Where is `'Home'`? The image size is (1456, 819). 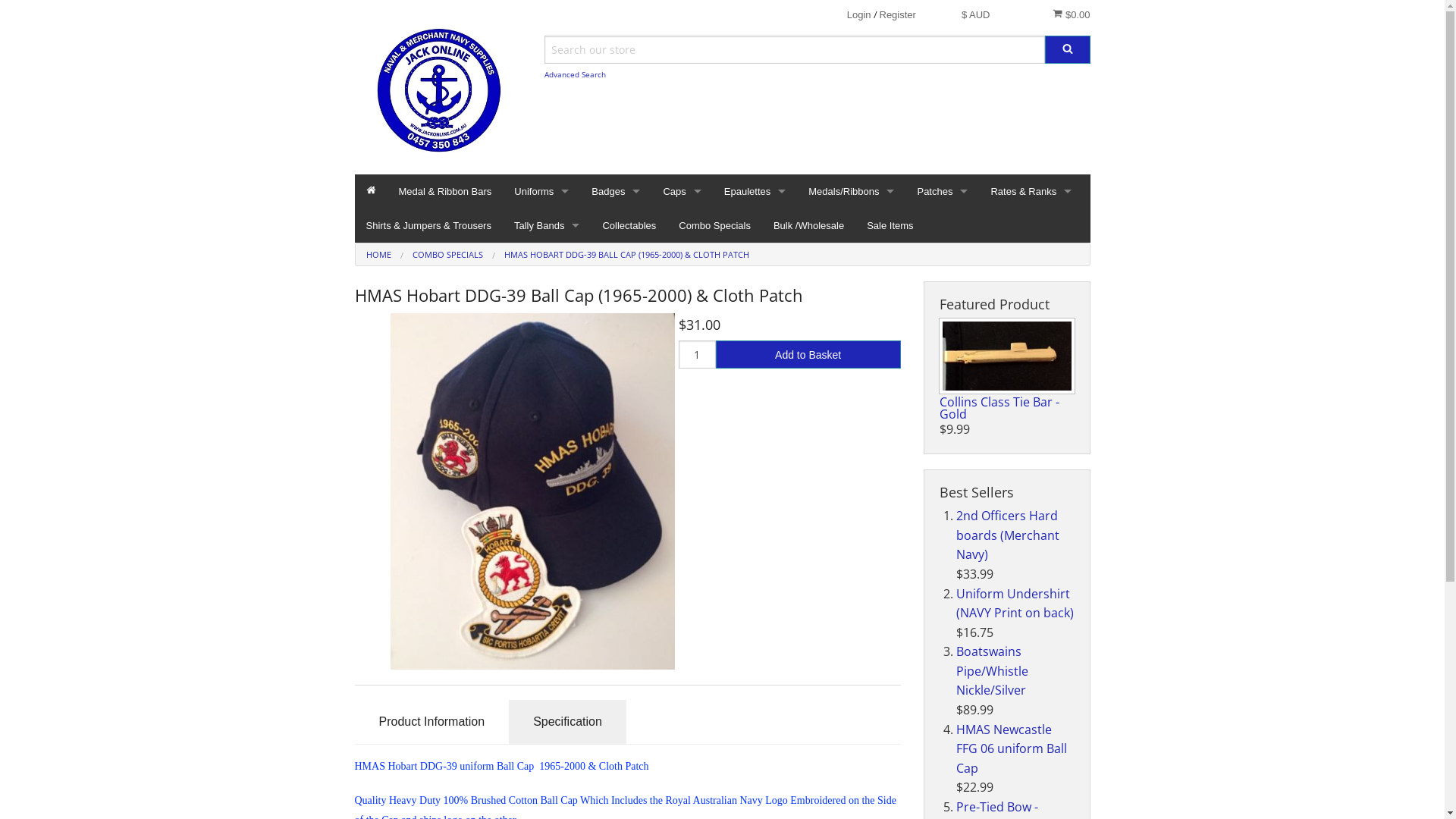 'Home' is located at coordinates (353, 190).